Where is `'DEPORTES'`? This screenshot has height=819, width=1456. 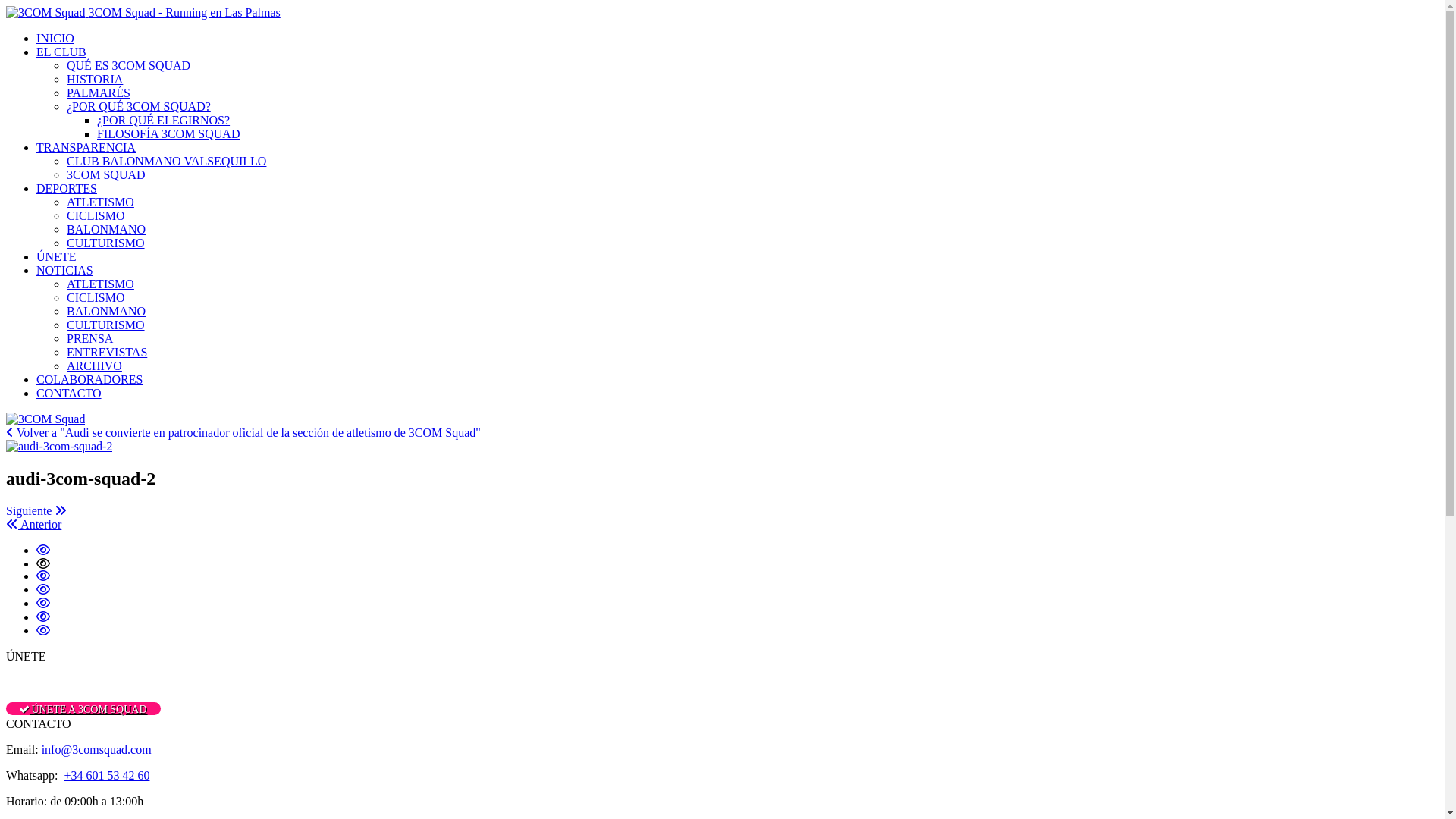 'DEPORTES' is located at coordinates (65, 187).